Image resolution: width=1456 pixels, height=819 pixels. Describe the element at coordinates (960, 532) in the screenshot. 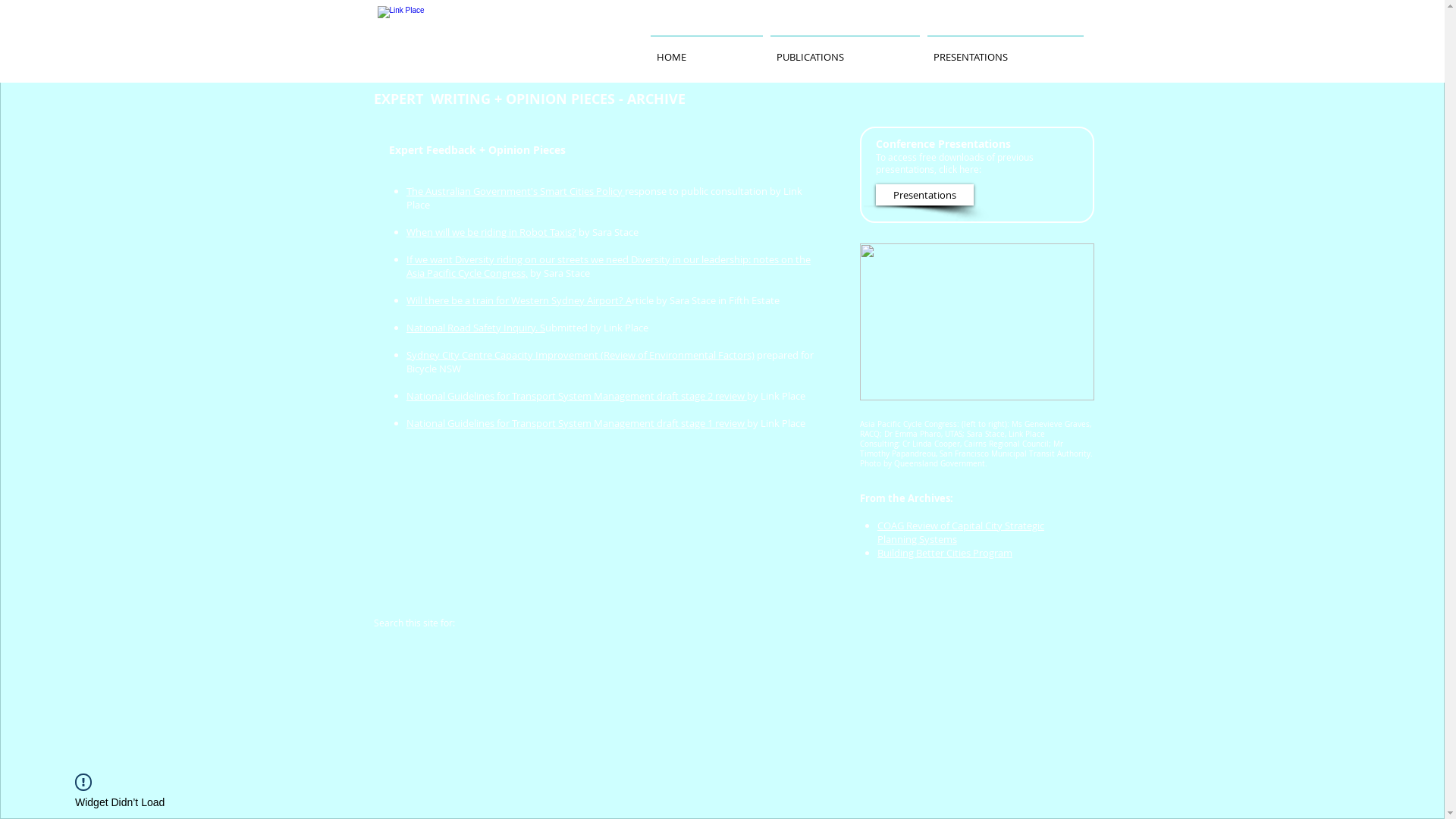

I see `'COAG Review of Capital City Strategic Planning Systems'` at that location.